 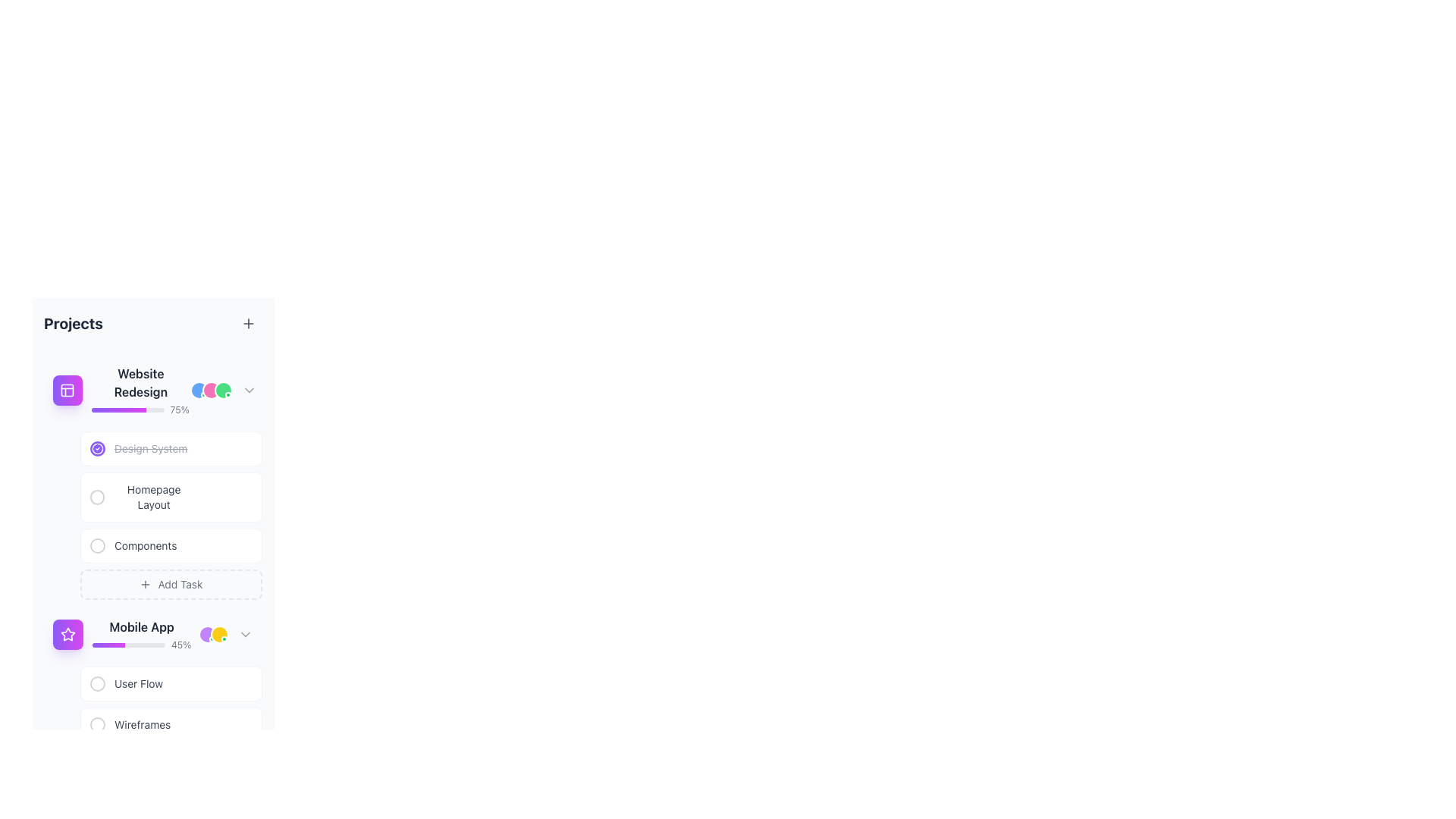 What do you see at coordinates (248, 323) in the screenshot?
I see `the button located at the top-right corner of the sidebar interface` at bounding box center [248, 323].